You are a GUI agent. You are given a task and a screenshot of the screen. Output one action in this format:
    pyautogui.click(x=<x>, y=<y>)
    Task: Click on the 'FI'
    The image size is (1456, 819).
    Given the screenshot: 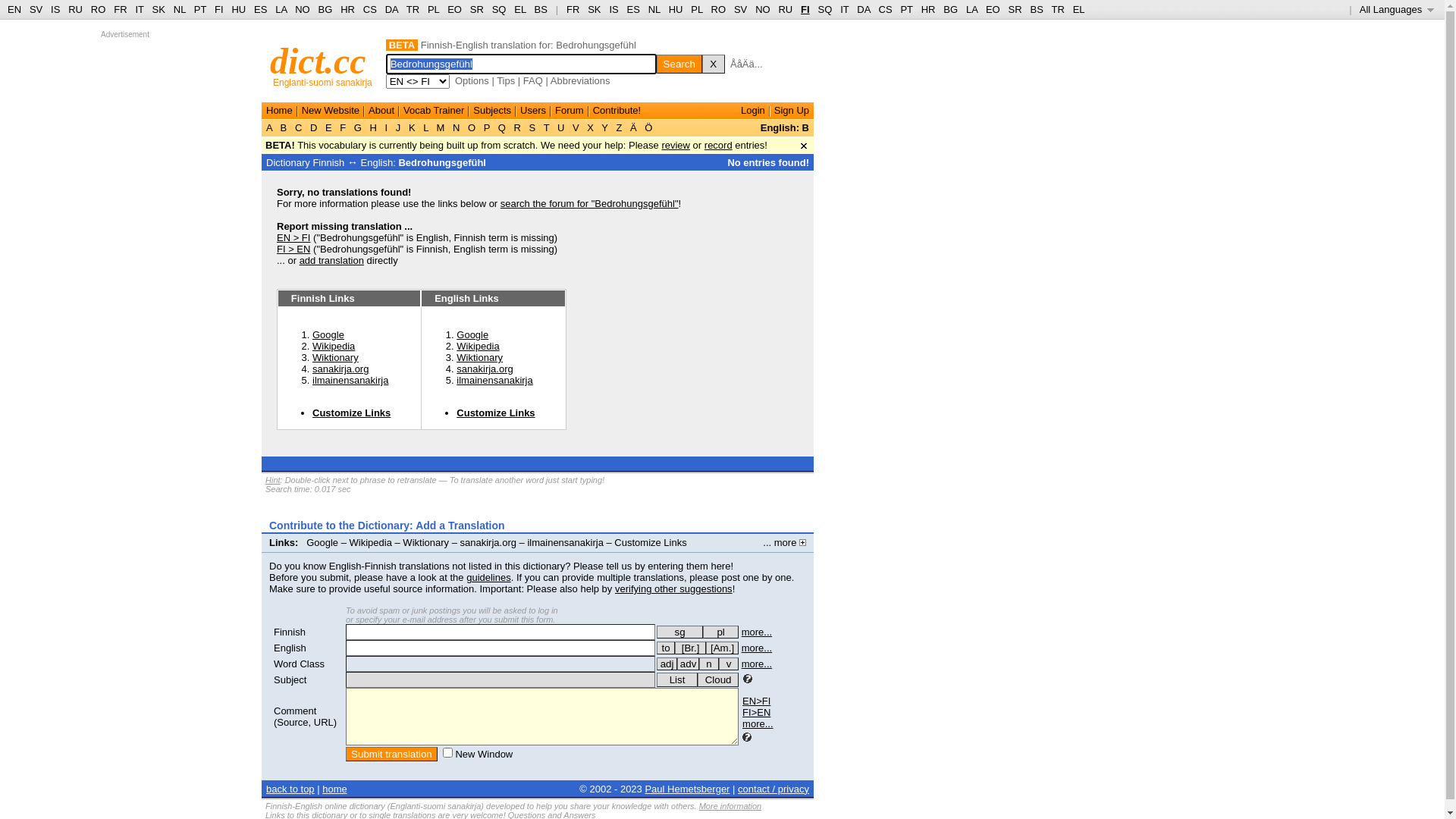 What is the action you would take?
    pyautogui.click(x=214, y=9)
    